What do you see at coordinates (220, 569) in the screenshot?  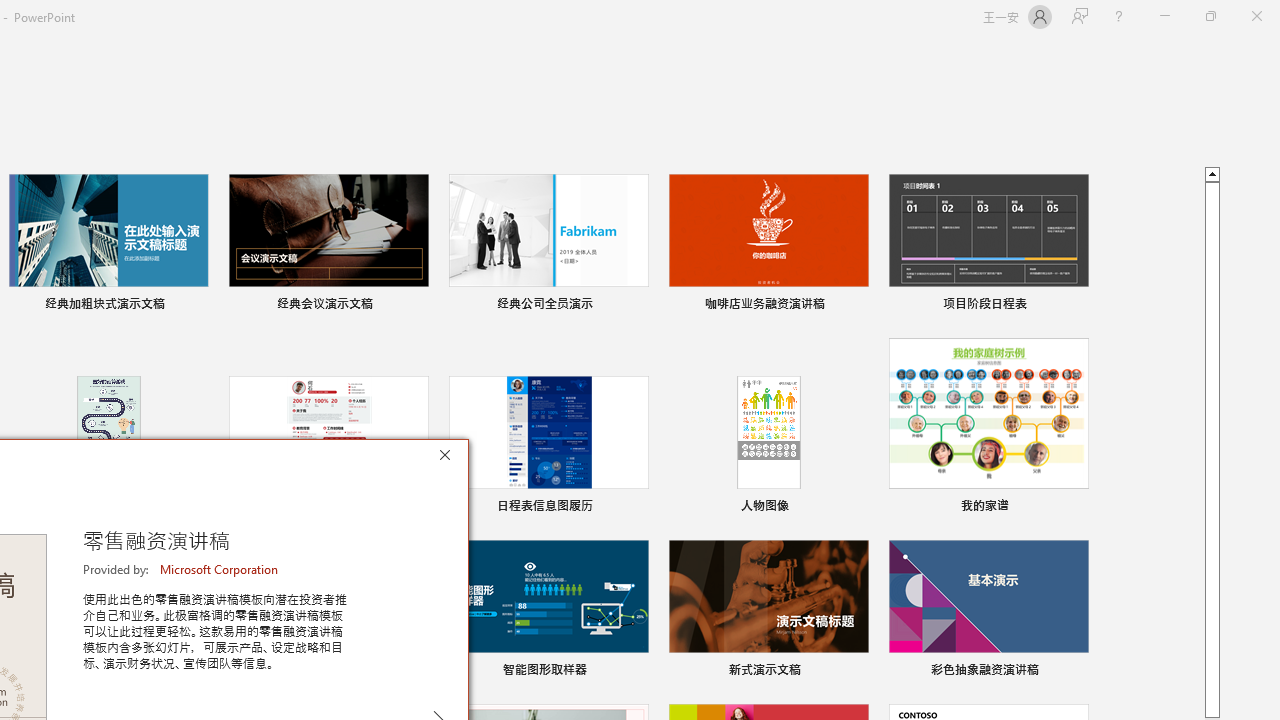 I see `'Microsoft Corporation'` at bounding box center [220, 569].